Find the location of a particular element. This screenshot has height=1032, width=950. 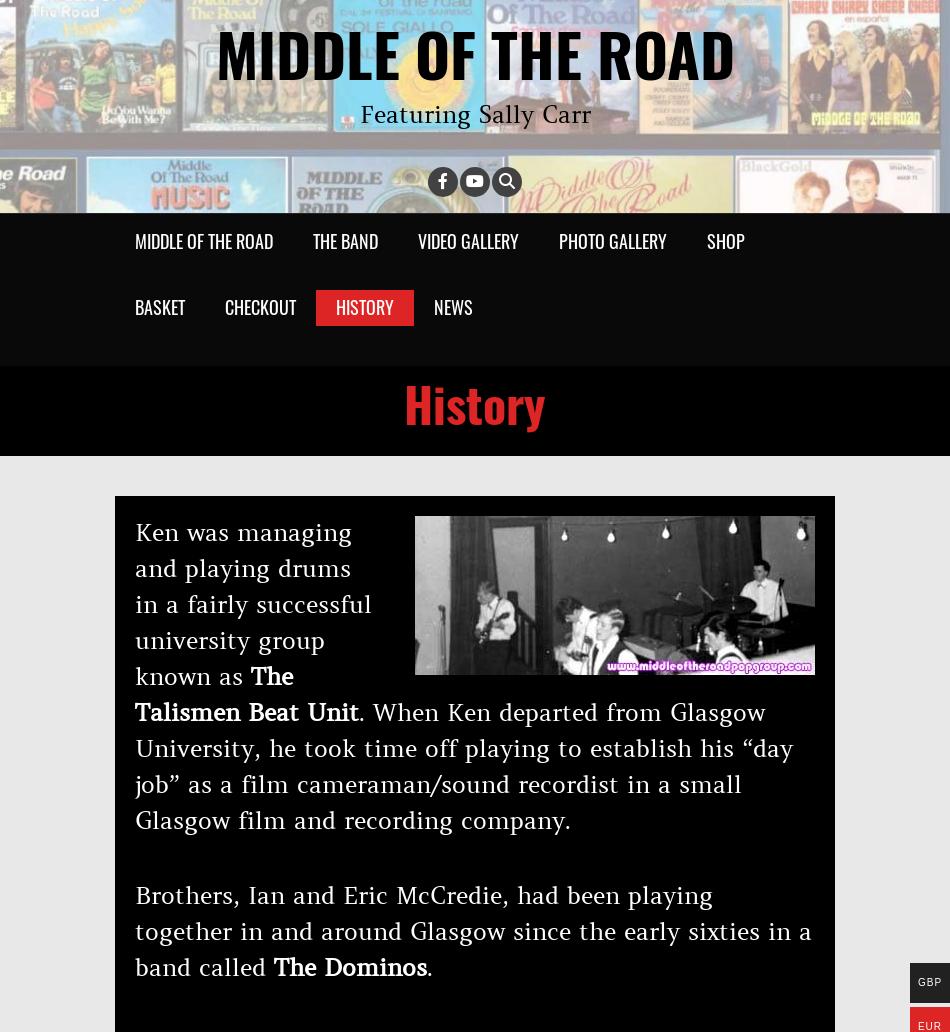

'News' is located at coordinates (452, 307).